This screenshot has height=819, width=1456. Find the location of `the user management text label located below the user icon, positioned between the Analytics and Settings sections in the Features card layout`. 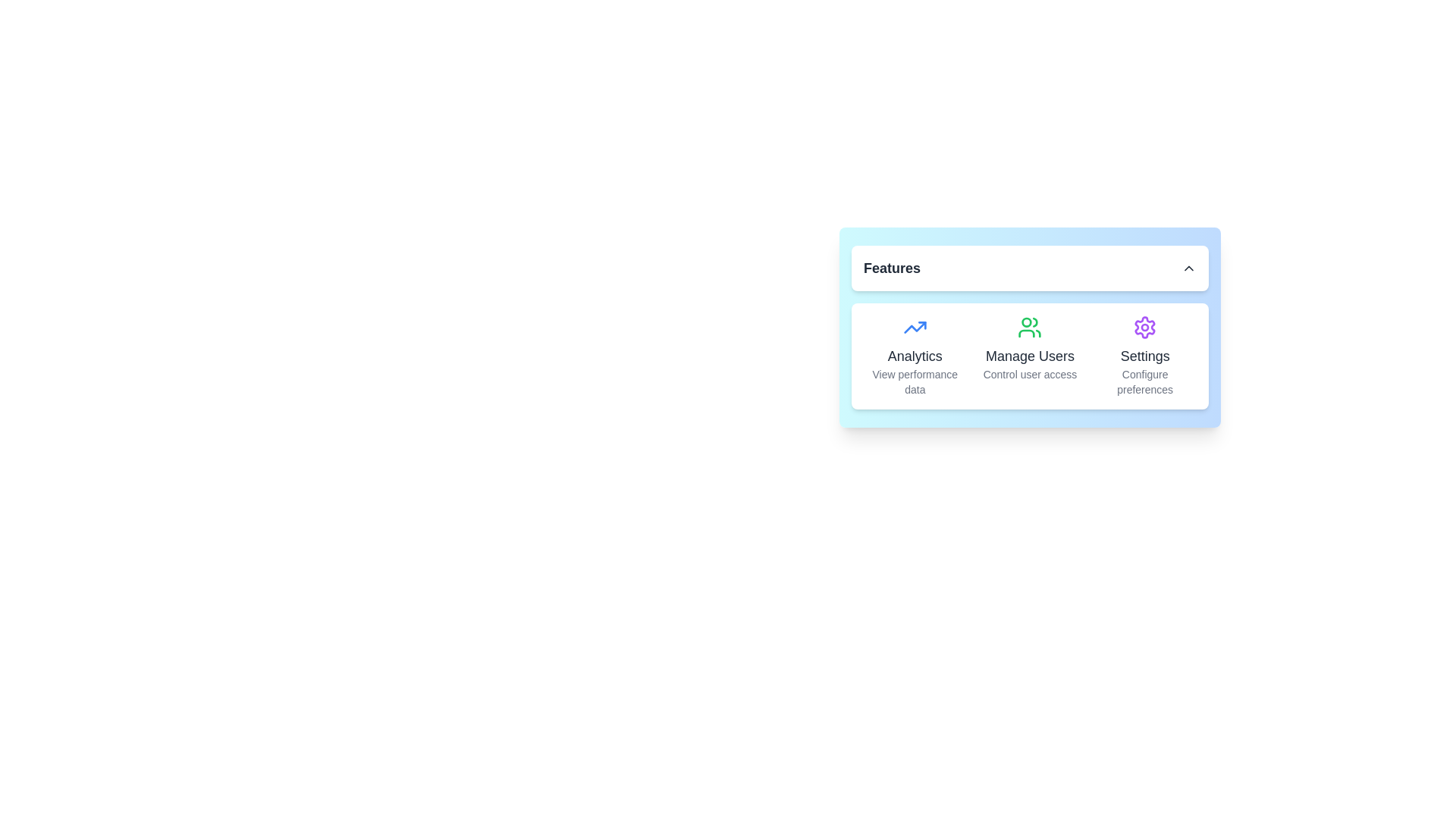

the user management text label located below the user icon, positioned between the Analytics and Settings sections in the Features card layout is located at coordinates (1030, 356).